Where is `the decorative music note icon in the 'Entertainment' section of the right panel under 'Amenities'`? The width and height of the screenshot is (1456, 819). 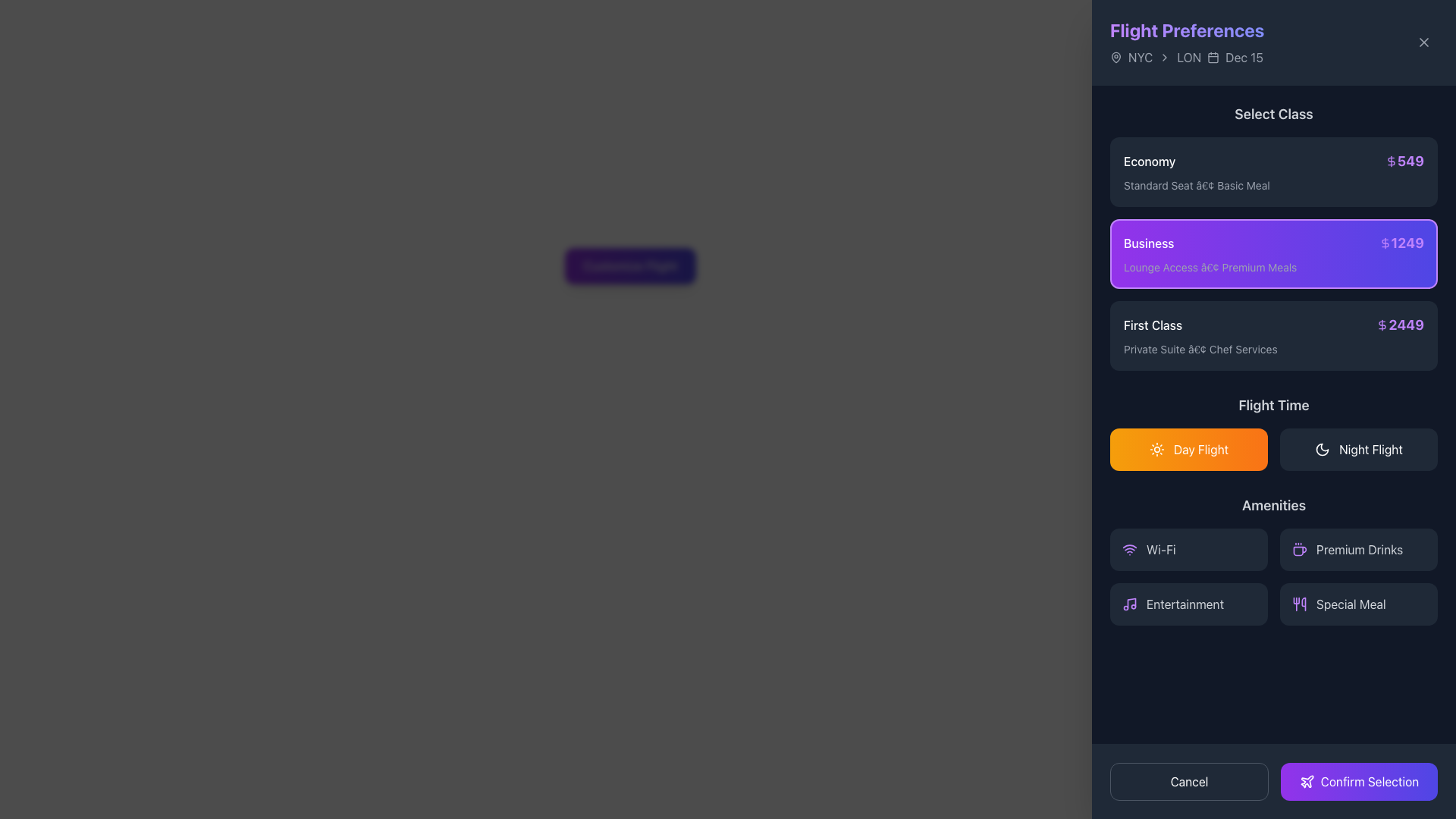
the decorative music note icon in the 'Entertainment' section of the right panel under 'Amenities' is located at coordinates (1131, 602).